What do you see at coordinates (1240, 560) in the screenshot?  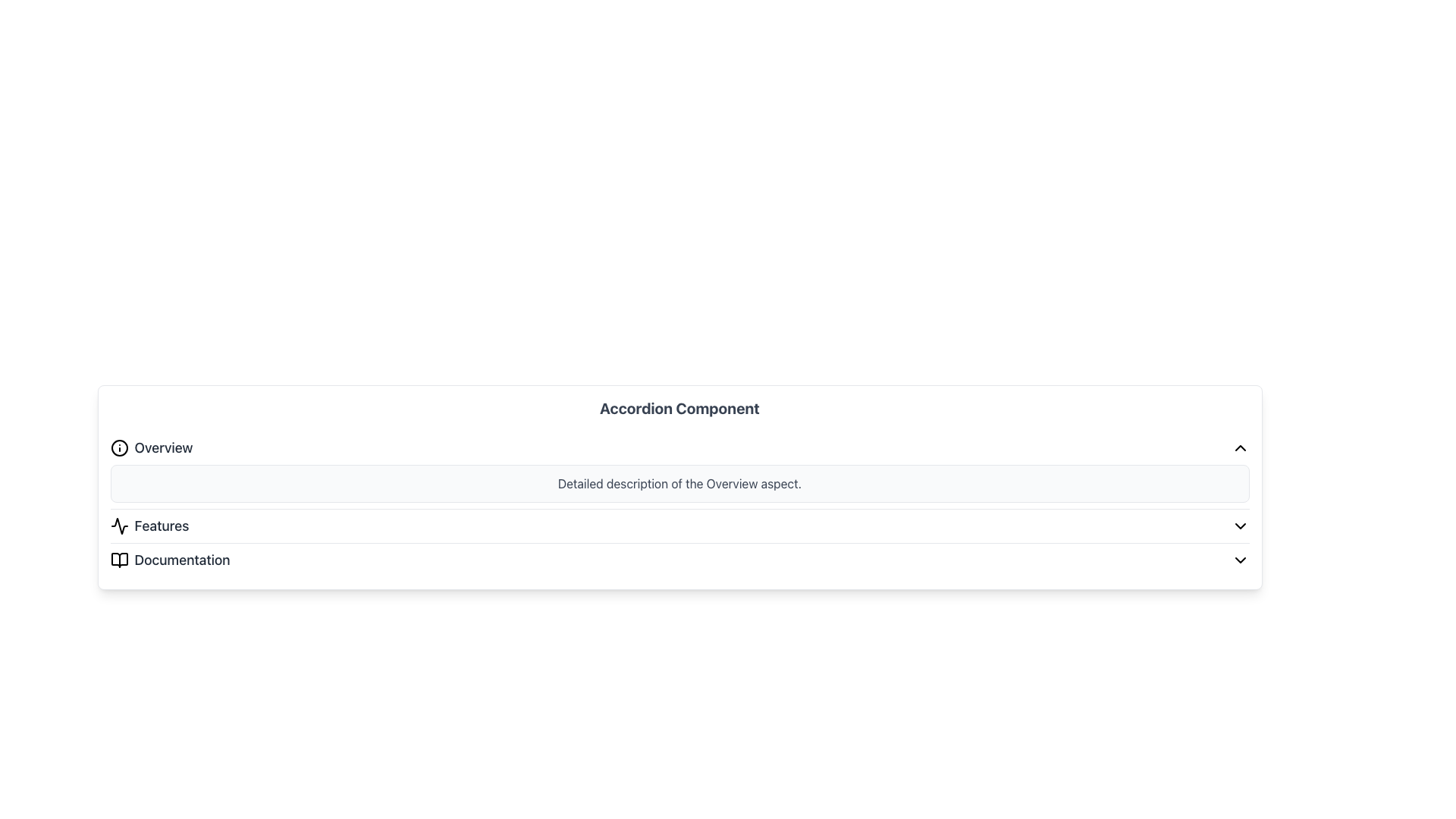 I see `the Chevron icon at the far right of the 'Documentation' row in the accordion` at bounding box center [1240, 560].